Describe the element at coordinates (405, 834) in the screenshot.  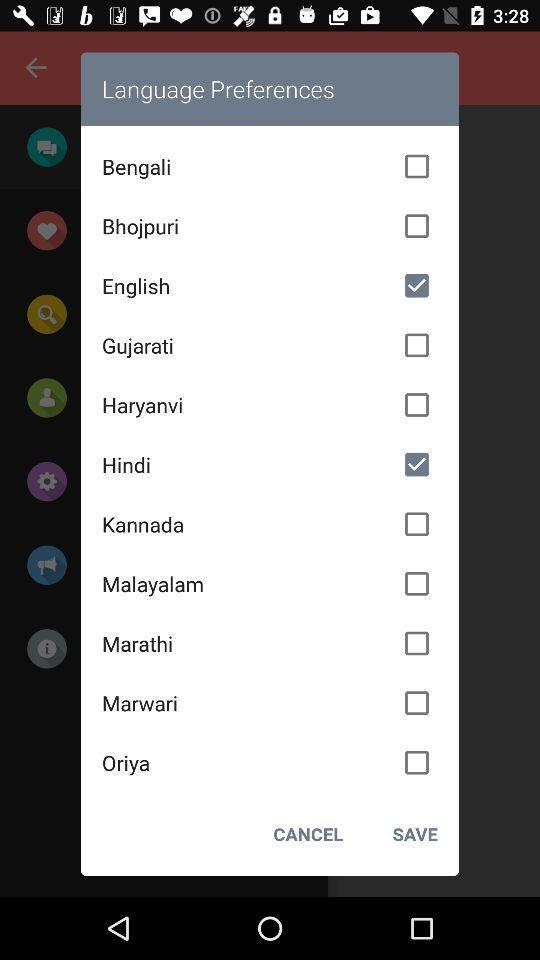
I see `save at the bottom right corner` at that location.